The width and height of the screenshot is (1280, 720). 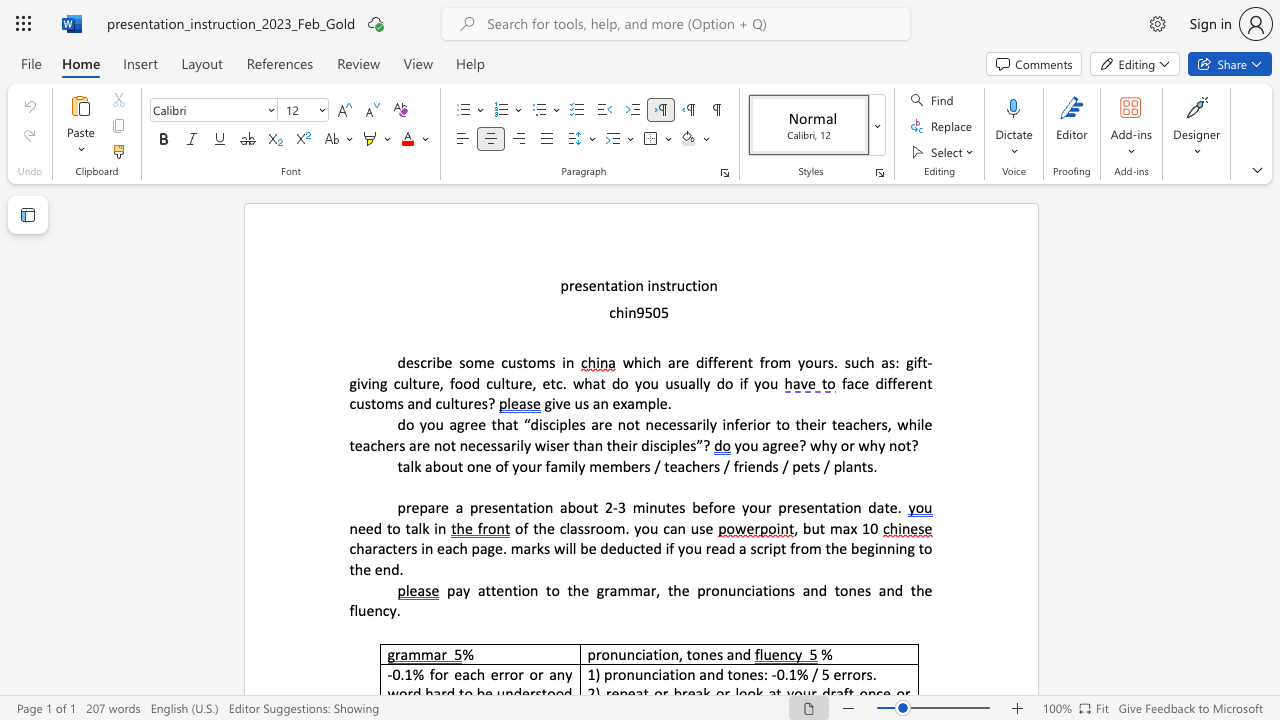 What do you see at coordinates (665, 383) in the screenshot?
I see `the subset text "usually do if you" within the text "giving culture, food culture, etc. what do you usually do if you"` at bounding box center [665, 383].